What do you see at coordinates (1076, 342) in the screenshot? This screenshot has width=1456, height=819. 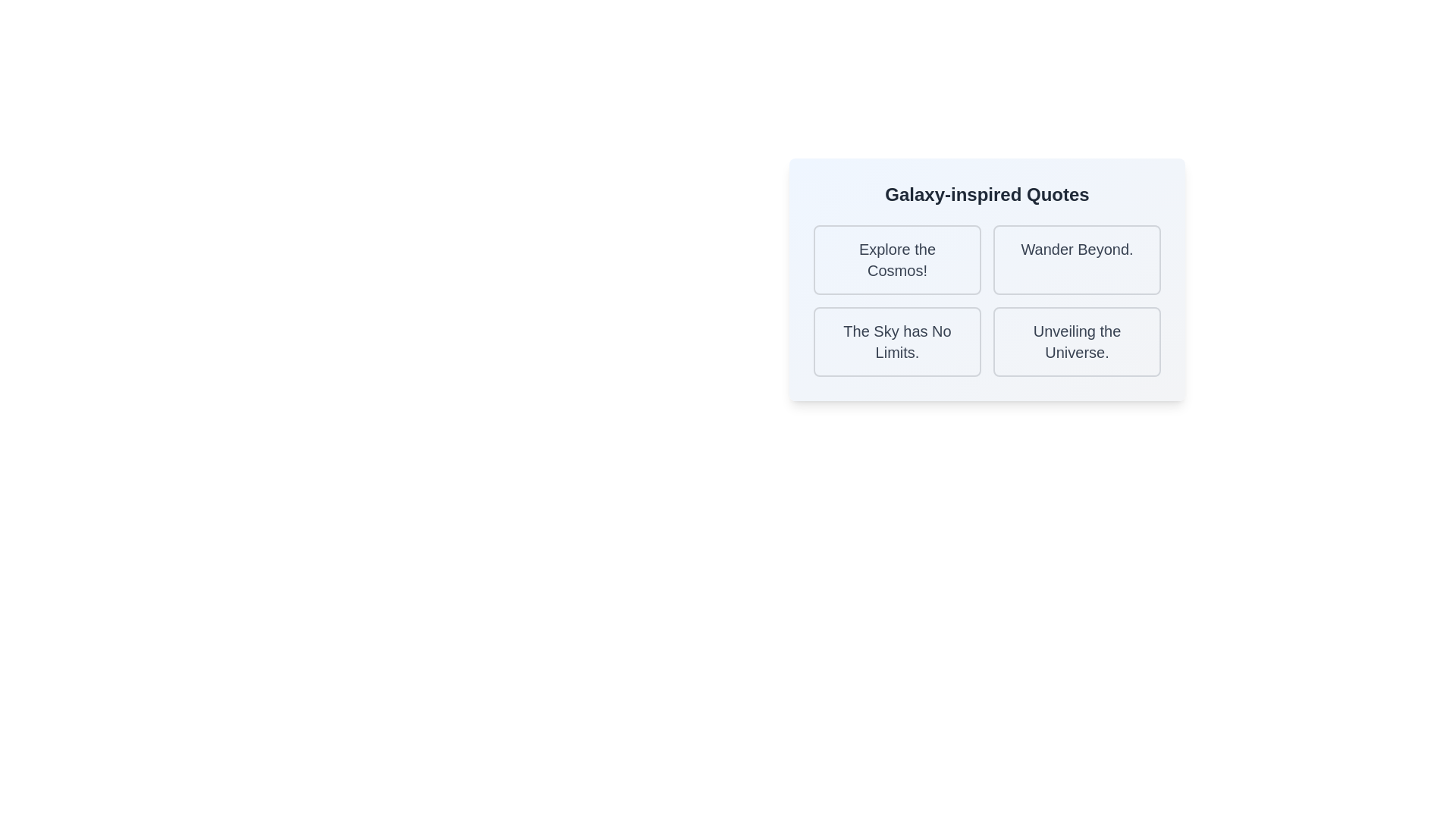 I see `the text panel displaying 'Unveiling the Universe'` at bounding box center [1076, 342].